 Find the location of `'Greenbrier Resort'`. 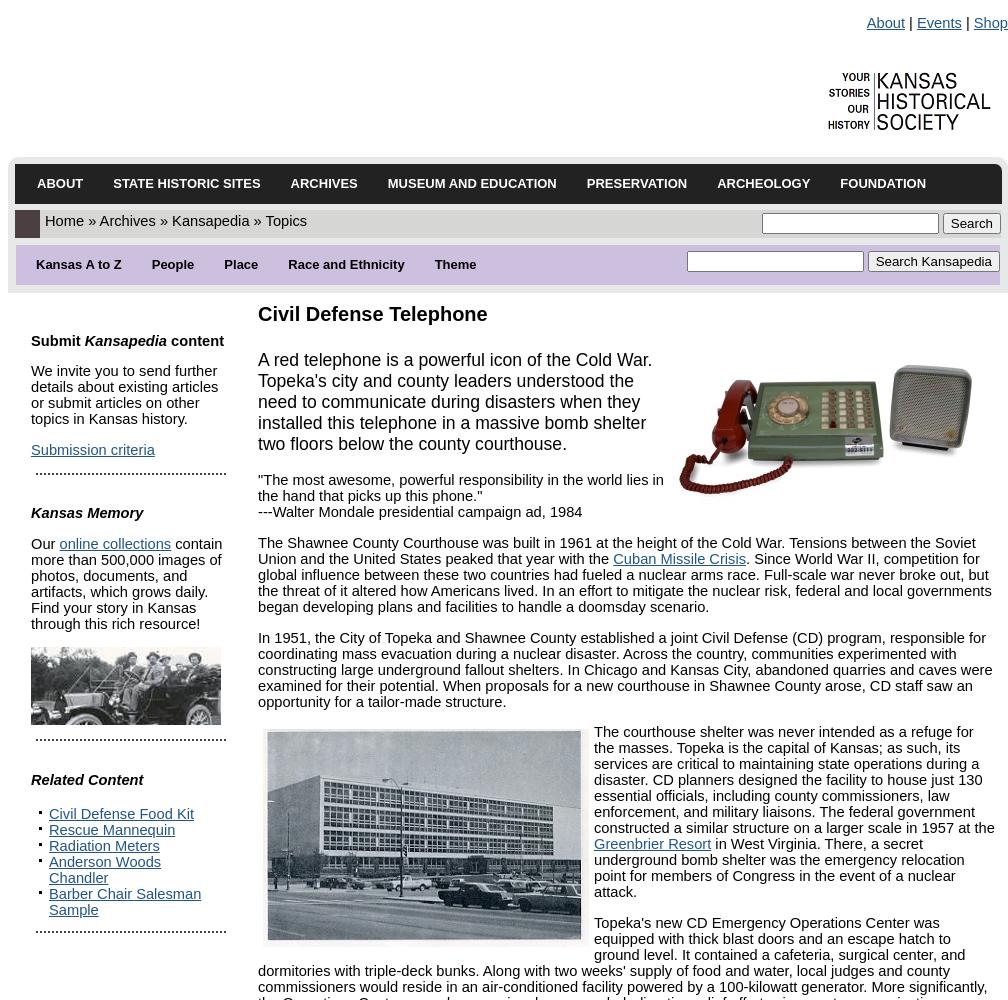

'Greenbrier Resort' is located at coordinates (652, 843).